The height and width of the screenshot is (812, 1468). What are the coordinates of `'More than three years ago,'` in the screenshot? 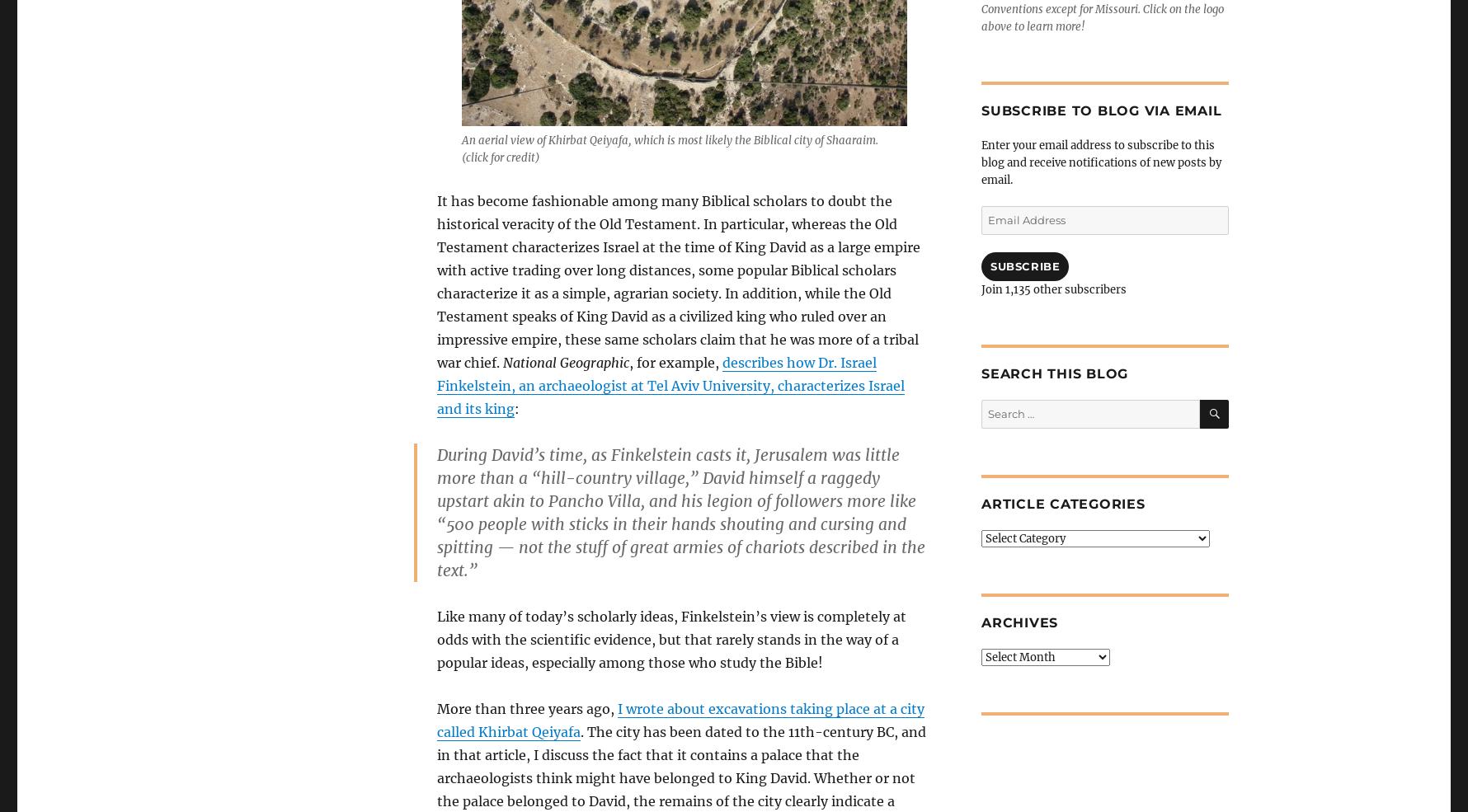 It's located at (527, 708).